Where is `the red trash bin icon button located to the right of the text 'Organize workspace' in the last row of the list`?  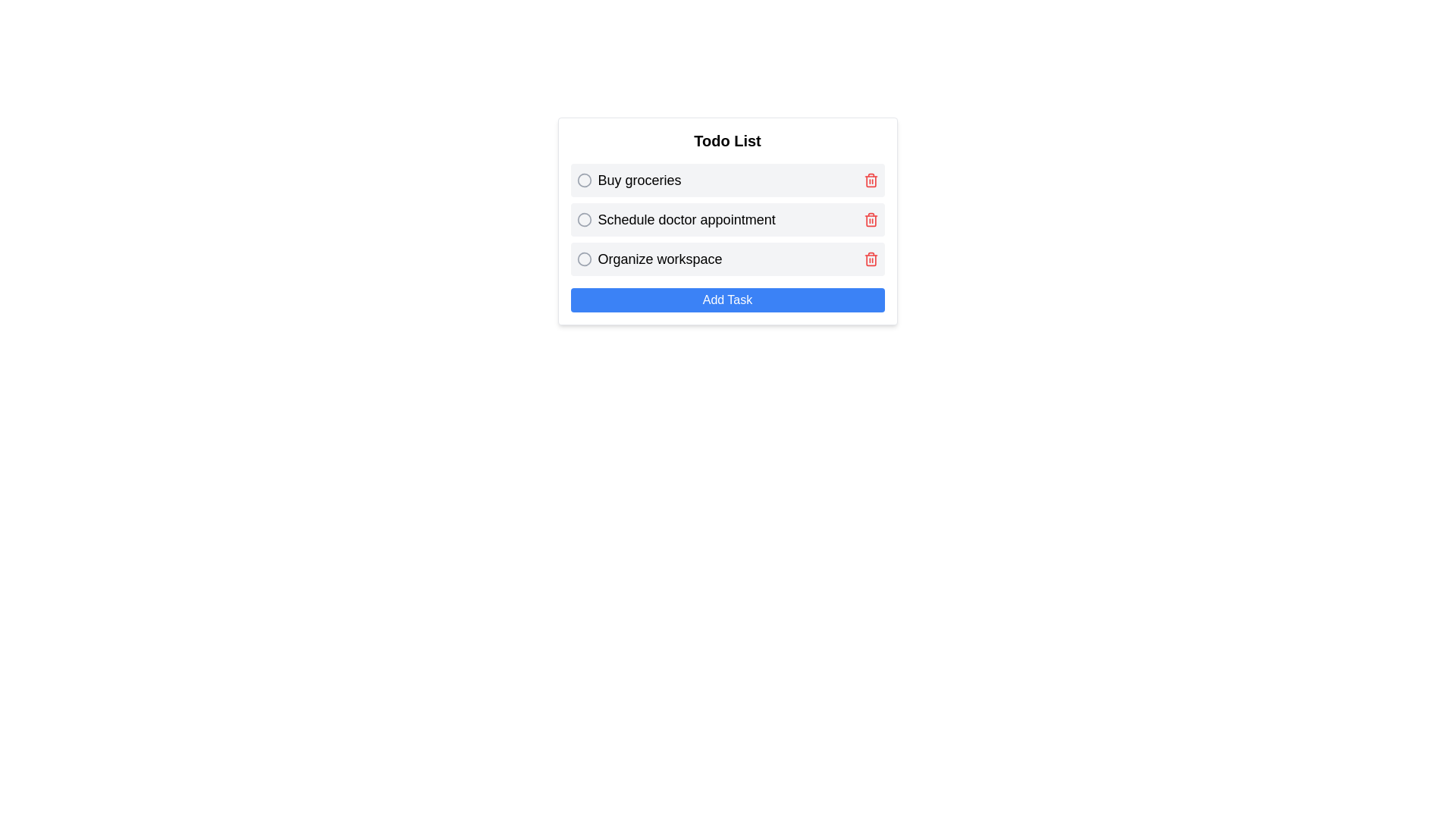
the red trash bin icon button located to the right of the text 'Organize workspace' in the last row of the list is located at coordinates (871, 259).